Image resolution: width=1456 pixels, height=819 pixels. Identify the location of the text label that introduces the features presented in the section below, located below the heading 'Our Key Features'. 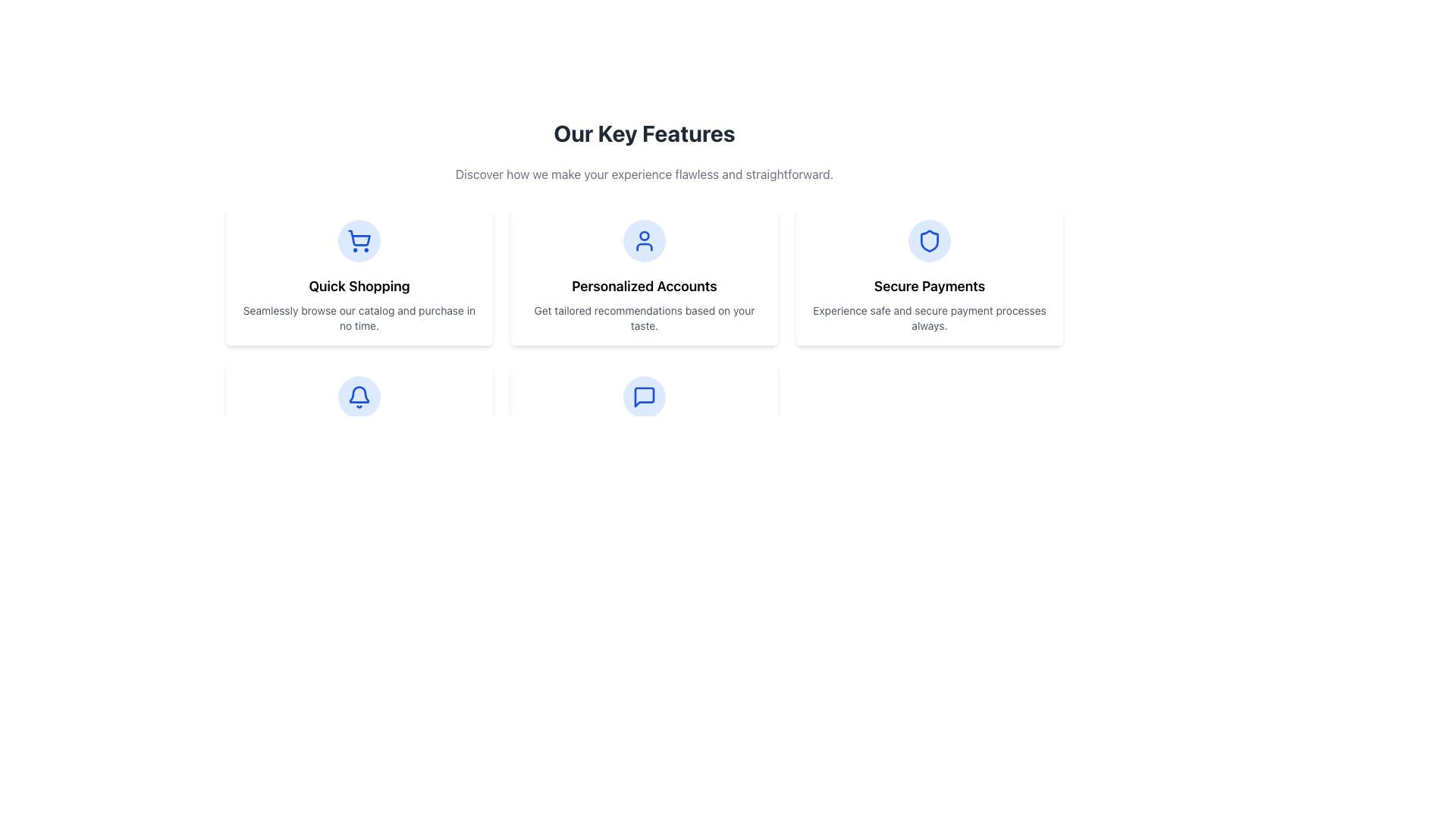
(644, 174).